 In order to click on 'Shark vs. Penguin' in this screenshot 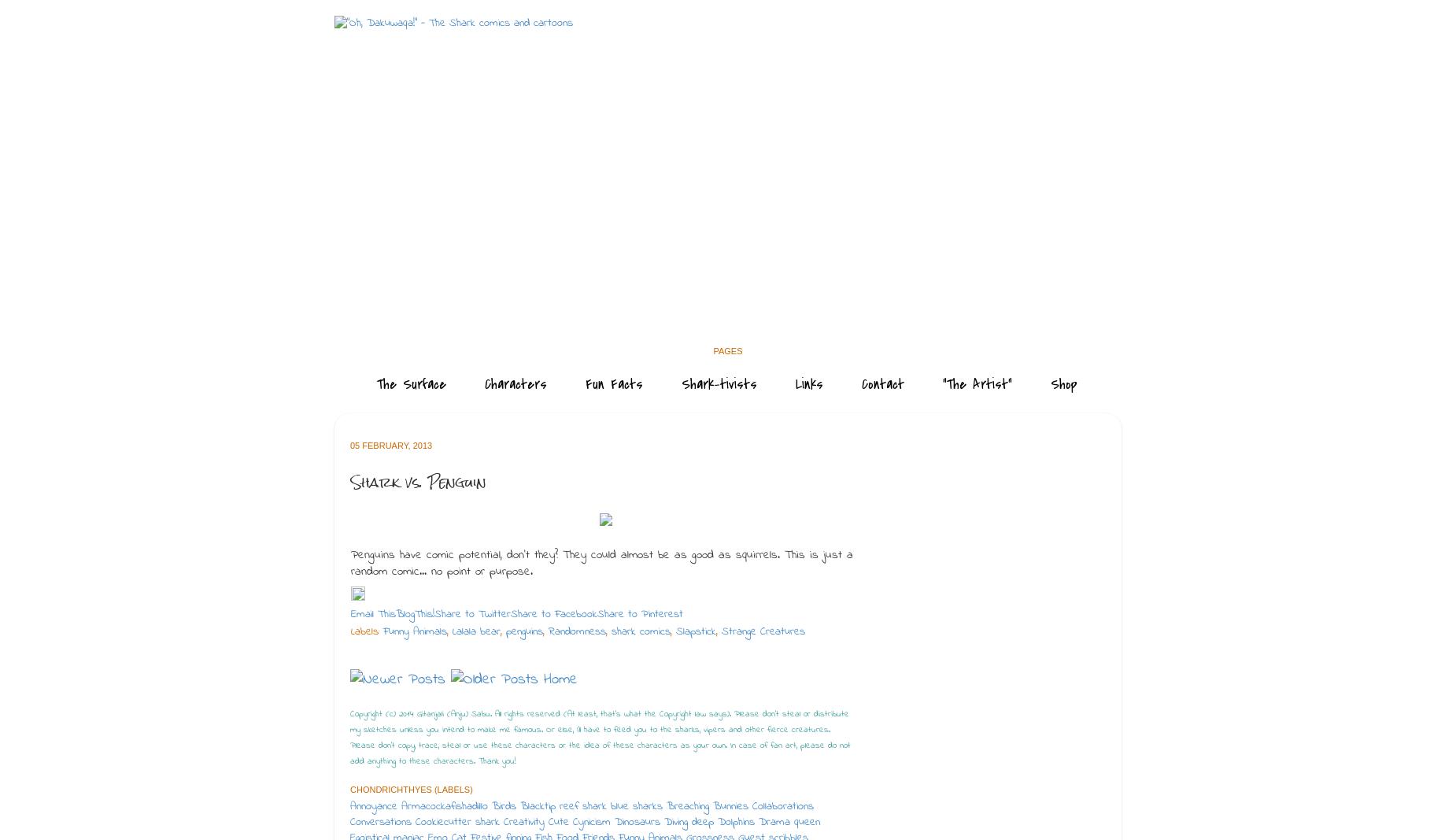, I will do `click(419, 481)`.